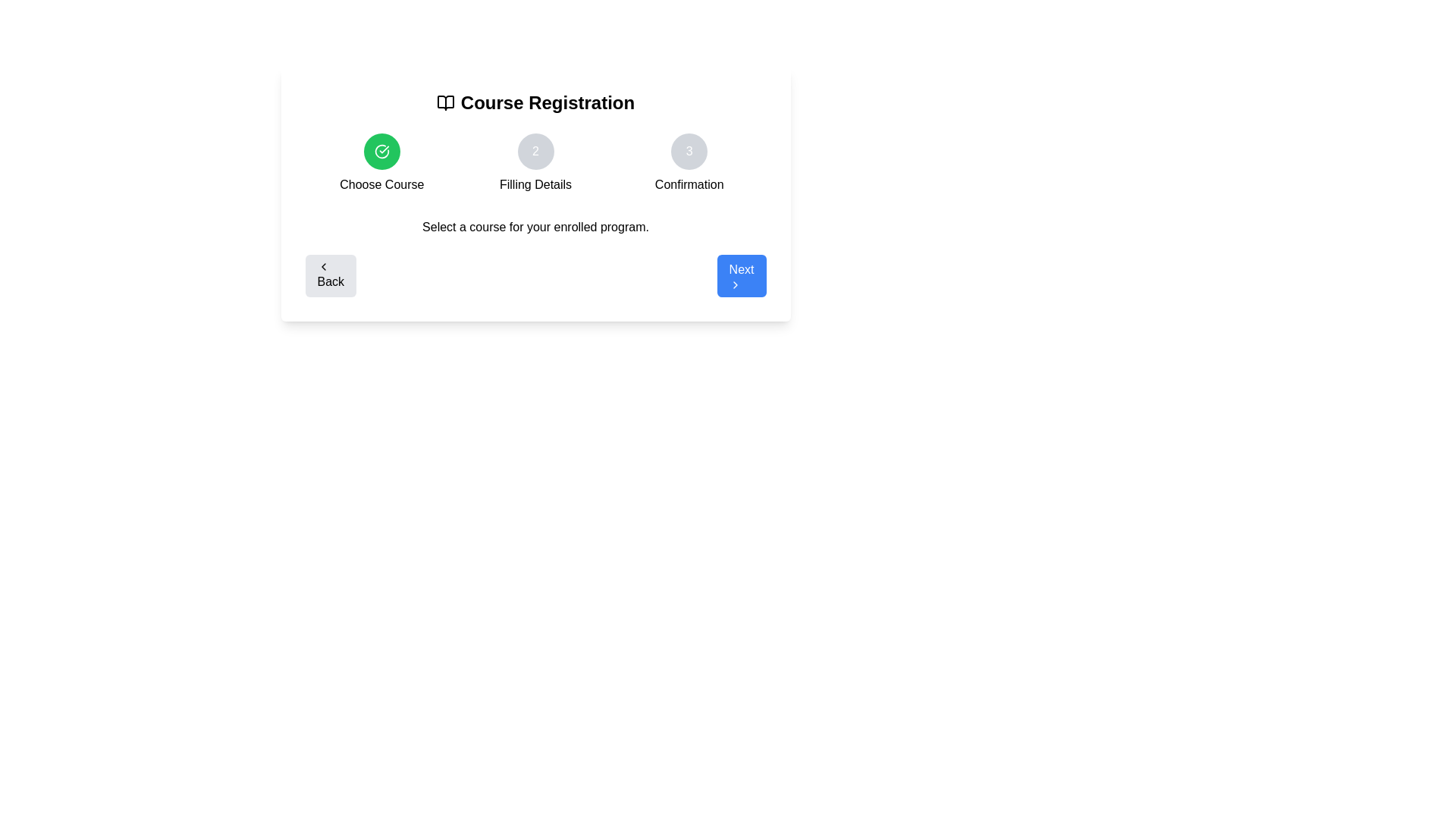 Image resolution: width=1456 pixels, height=819 pixels. Describe the element at coordinates (689, 152) in the screenshot. I see `the circular button with a gray fill and the number '3' centered in white lettering, located in the 'Confirmation' step of the process flow` at that location.